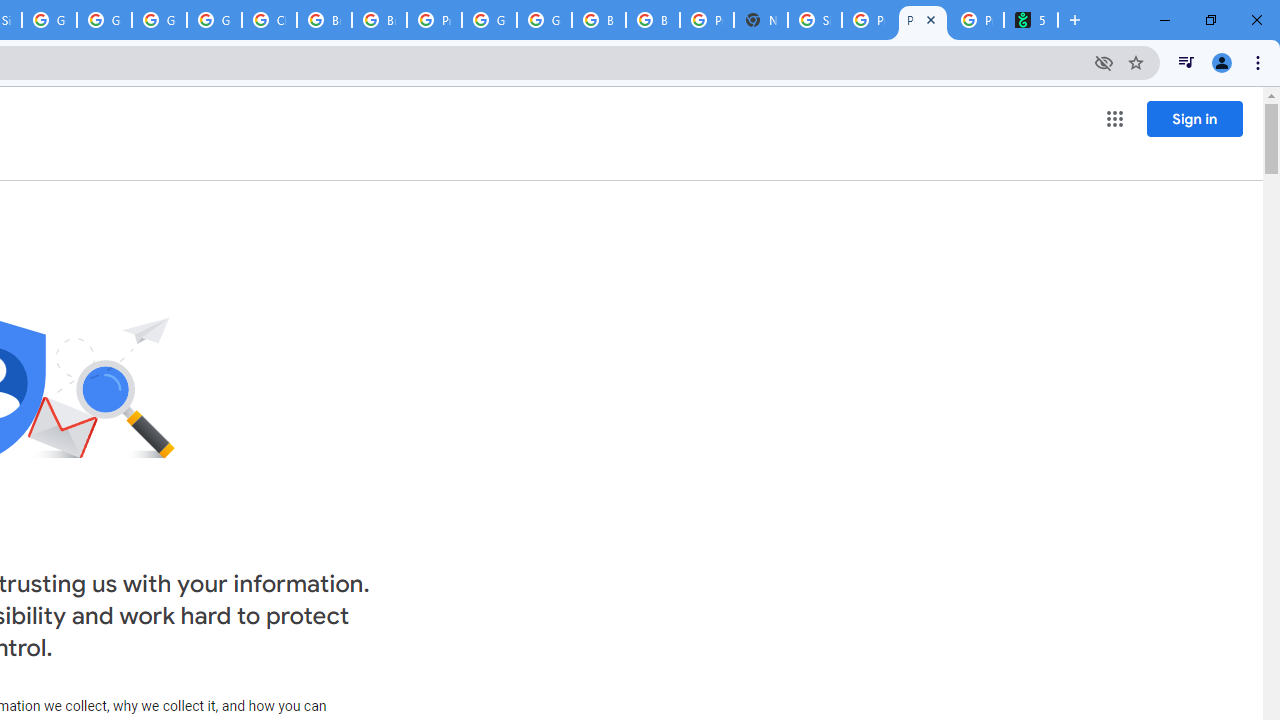 This screenshot has height=720, width=1280. Describe the element at coordinates (489, 20) in the screenshot. I see `'Google Cloud Platform'` at that location.